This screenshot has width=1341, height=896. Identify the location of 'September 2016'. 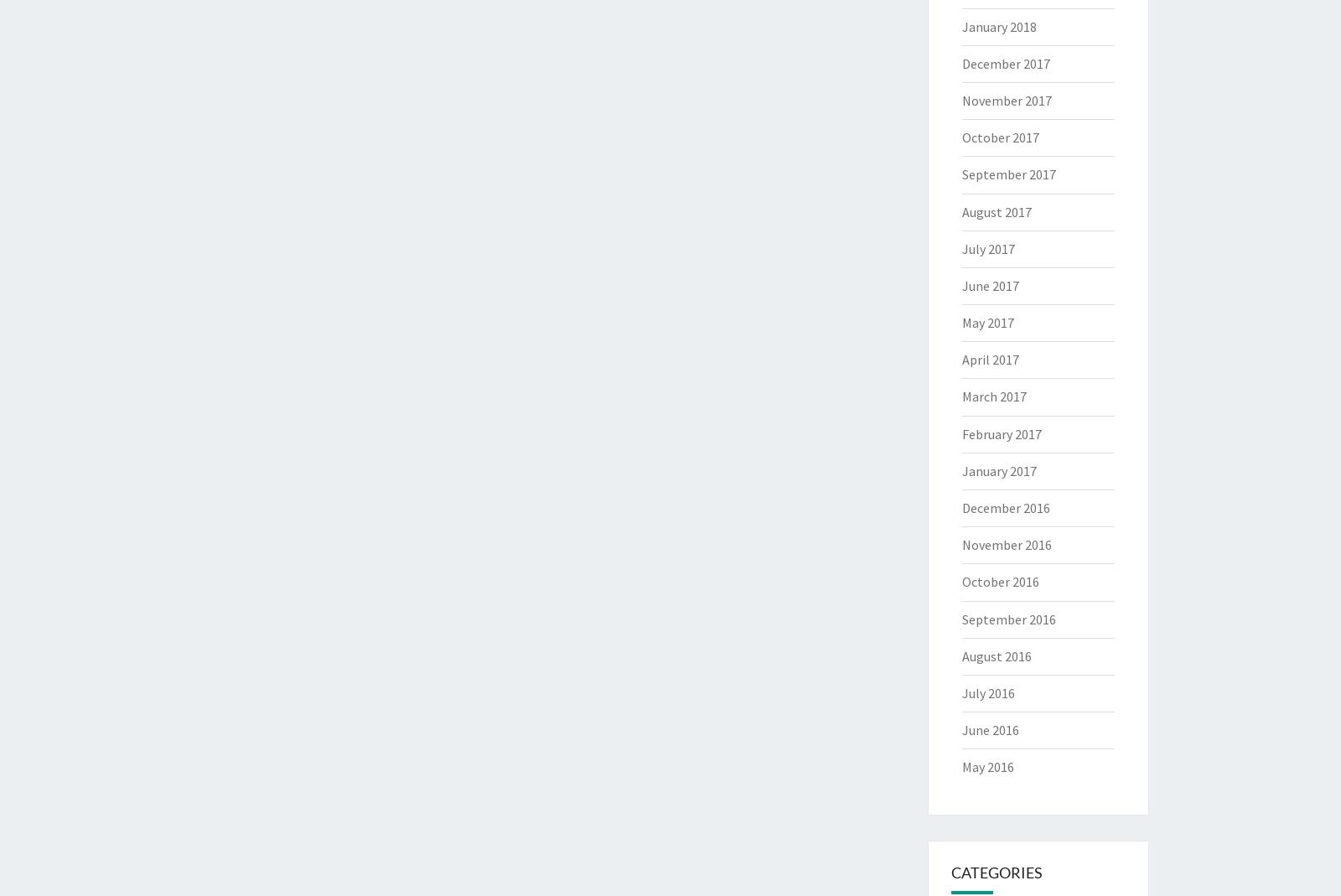
(961, 618).